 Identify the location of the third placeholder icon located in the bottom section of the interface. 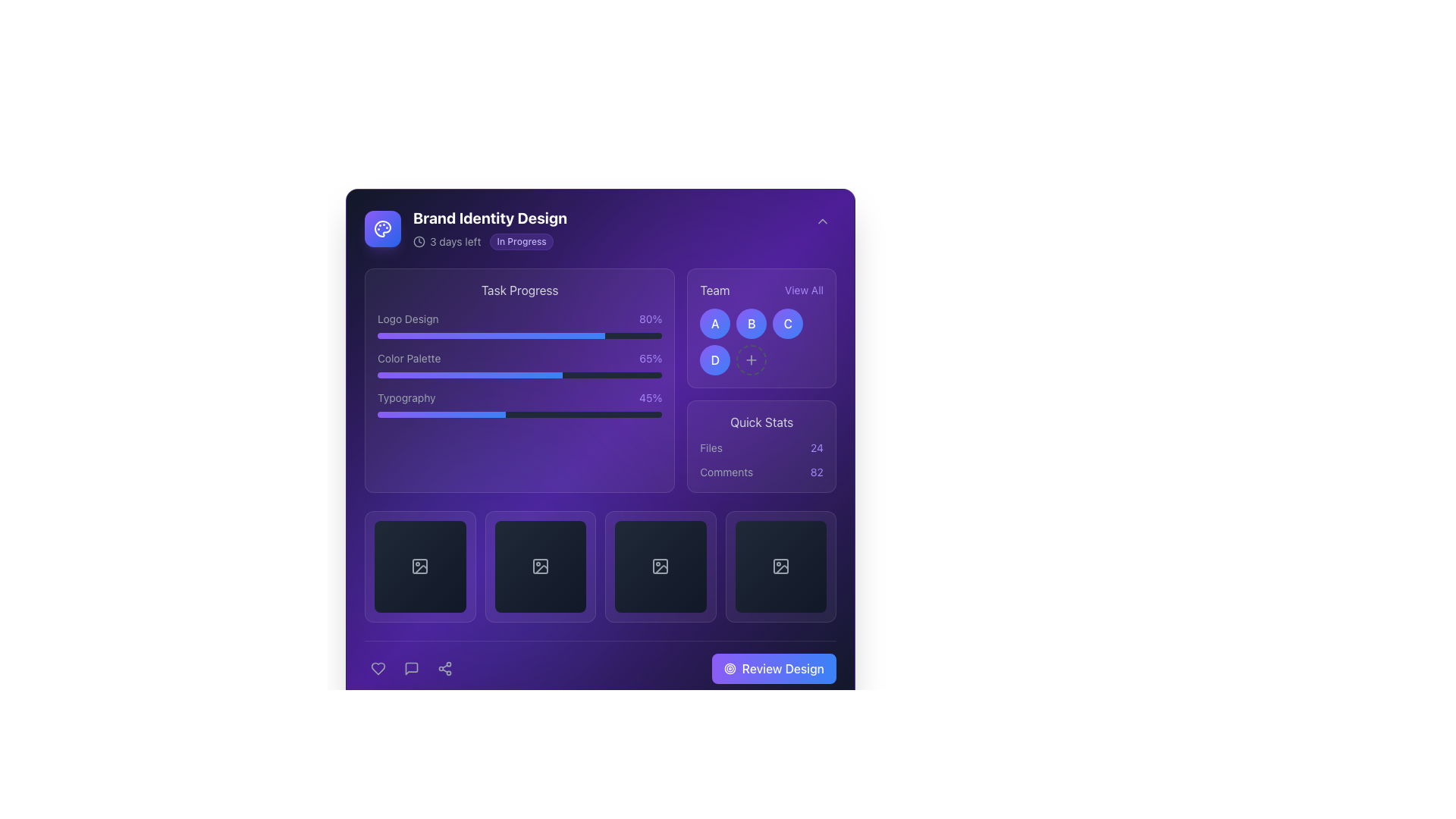
(661, 570).